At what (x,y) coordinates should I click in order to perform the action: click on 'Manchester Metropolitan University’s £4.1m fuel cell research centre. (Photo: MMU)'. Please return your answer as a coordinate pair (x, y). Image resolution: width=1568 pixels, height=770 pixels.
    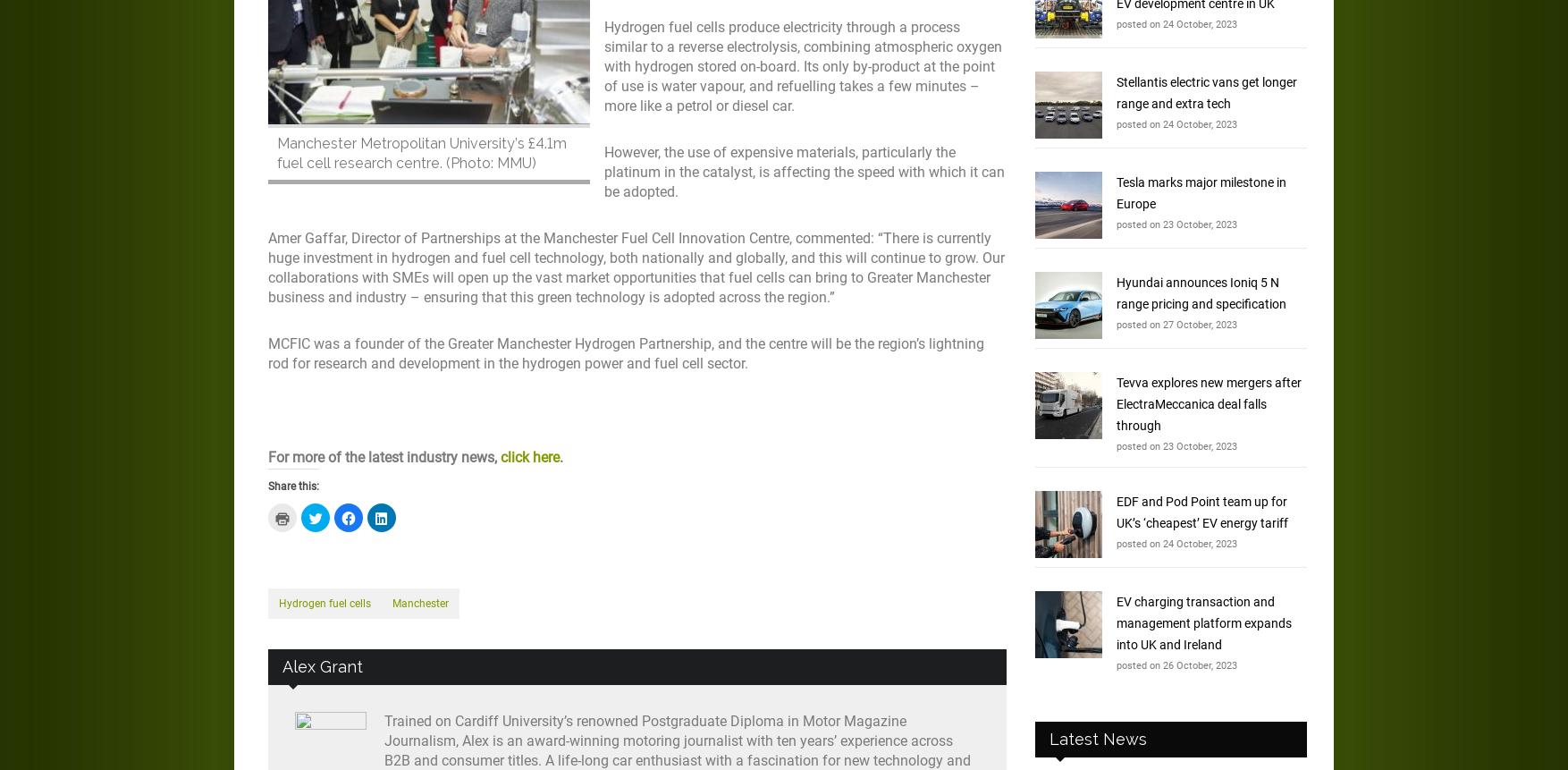
    Looking at the image, I should click on (421, 152).